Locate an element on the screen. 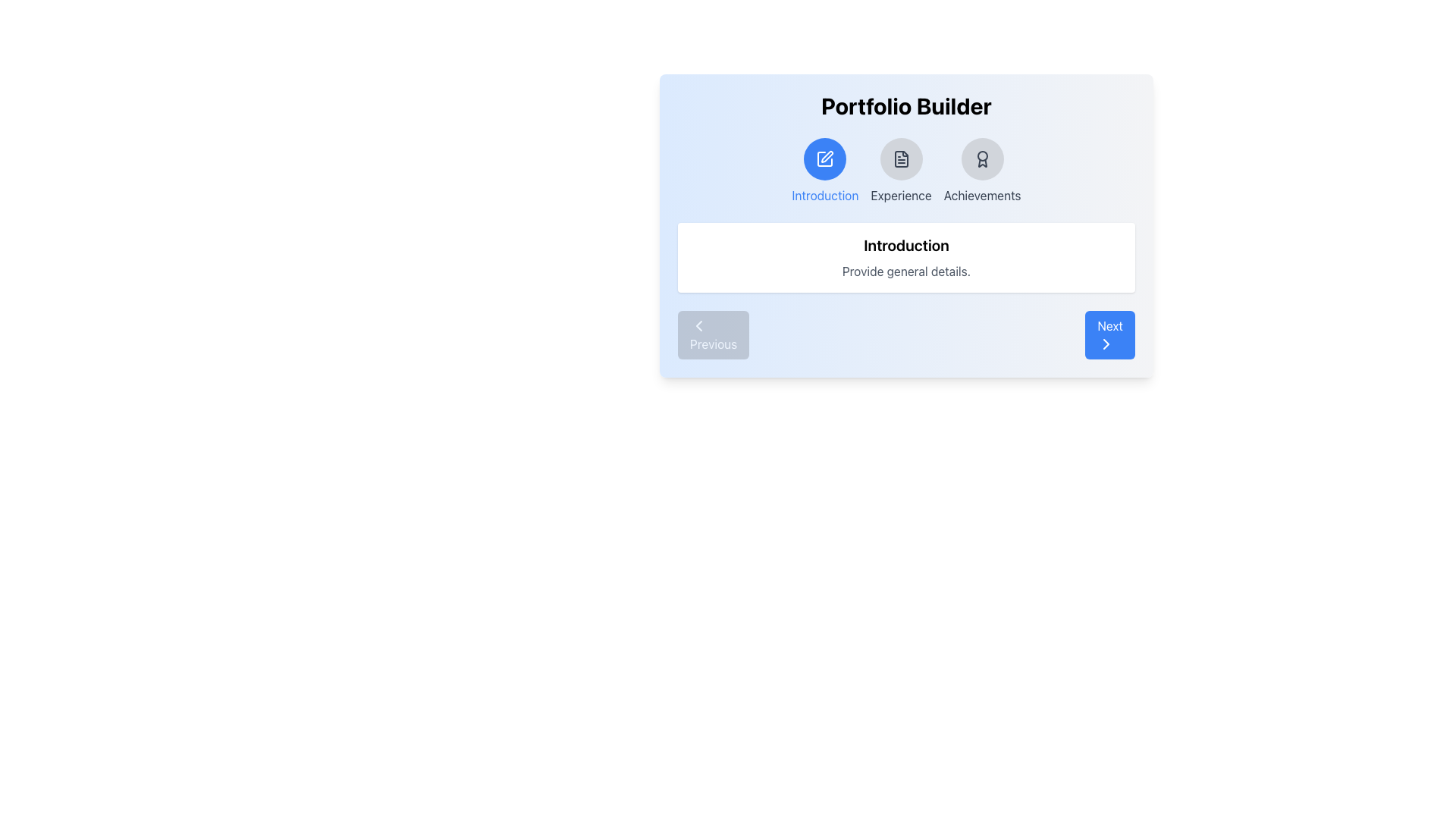  the third circular icon in the navigation section representing 'Achievements', located below the text 'Achievements' is located at coordinates (982, 158).